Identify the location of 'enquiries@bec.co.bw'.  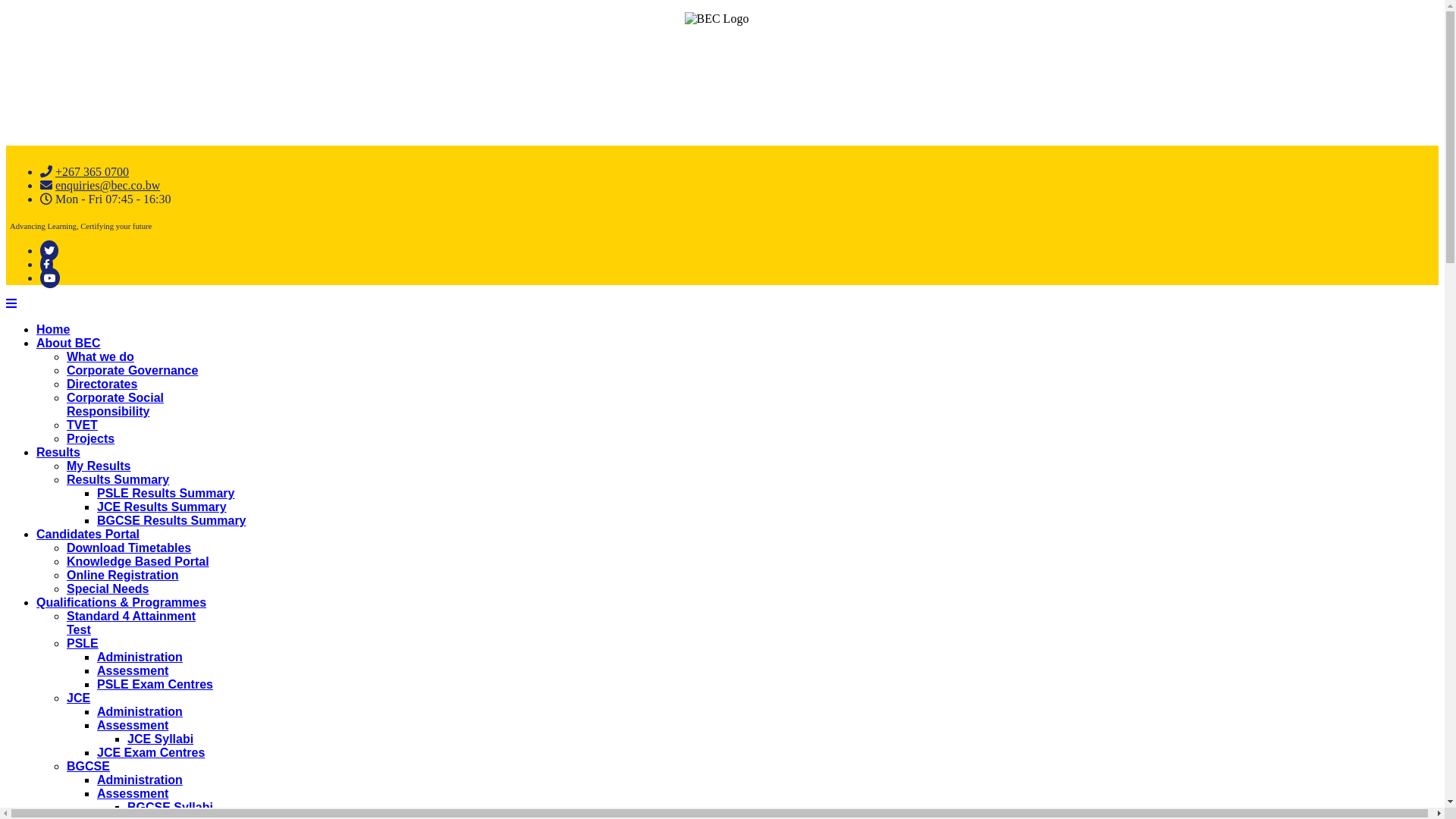
(107, 184).